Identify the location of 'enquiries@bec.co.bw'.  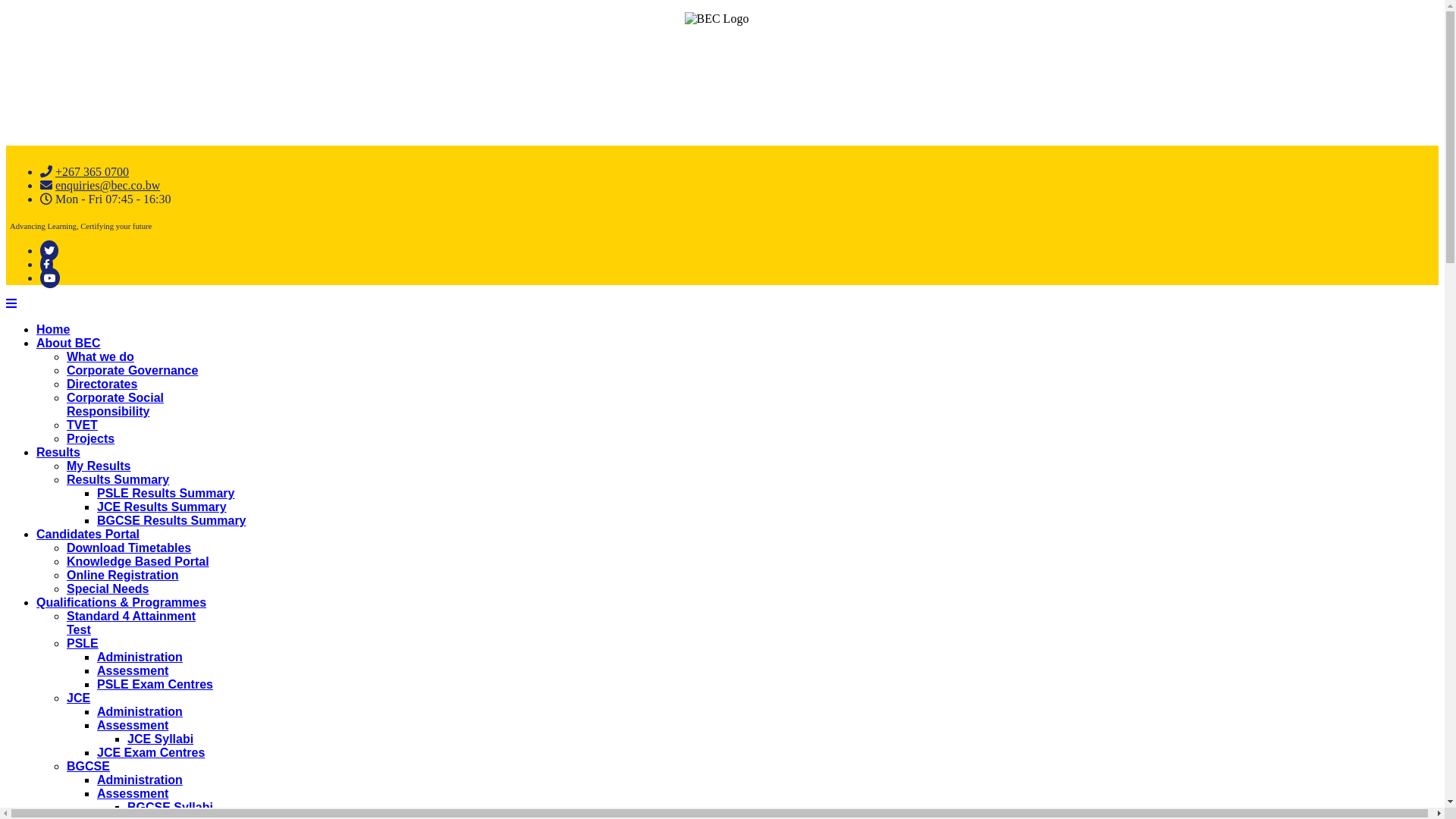
(107, 184).